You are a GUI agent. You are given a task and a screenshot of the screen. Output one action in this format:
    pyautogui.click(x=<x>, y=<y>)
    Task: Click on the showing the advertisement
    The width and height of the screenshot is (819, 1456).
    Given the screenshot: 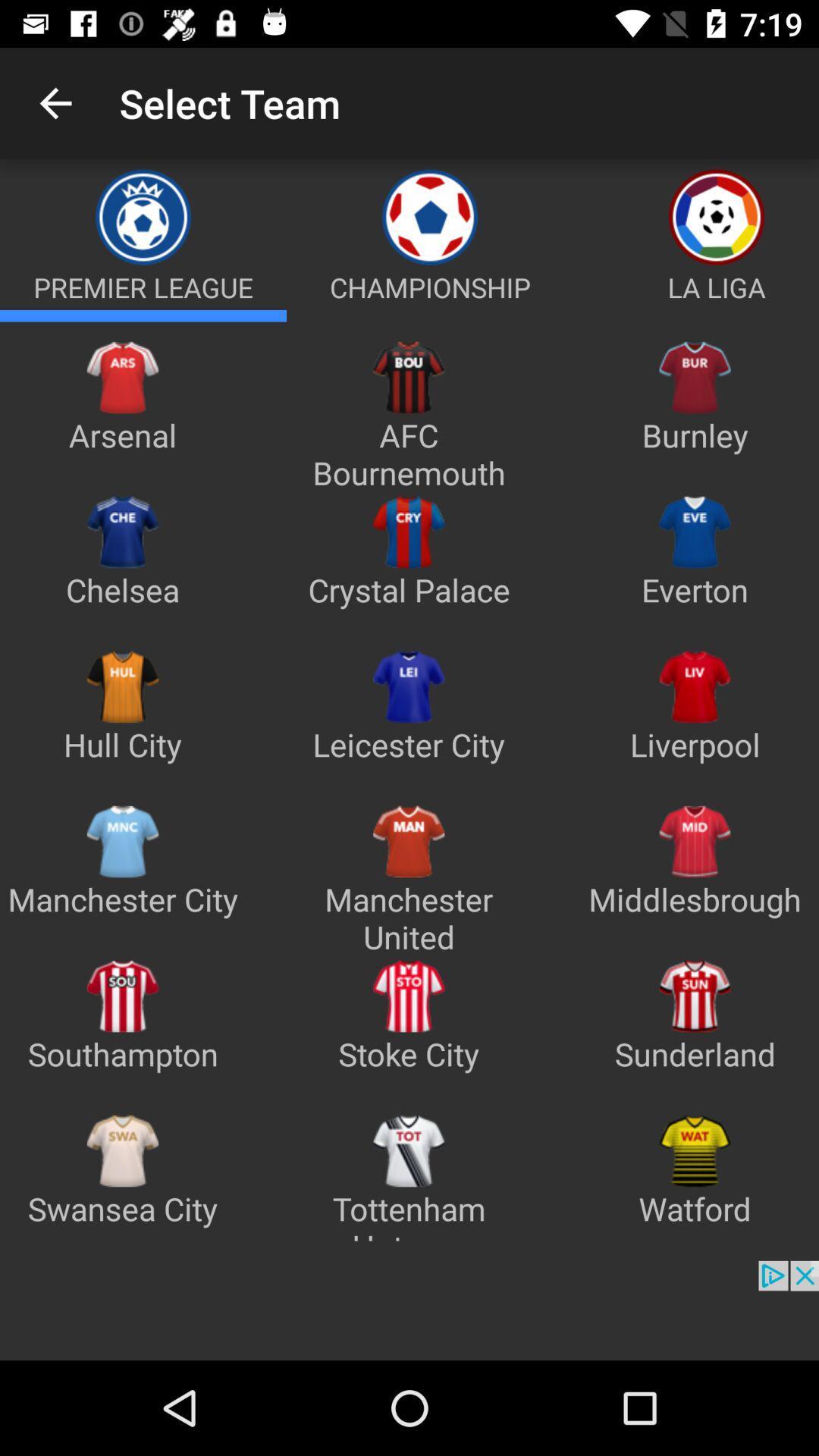 What is the action you would take?
    pyautogui.click(x=409, y=1310)
    